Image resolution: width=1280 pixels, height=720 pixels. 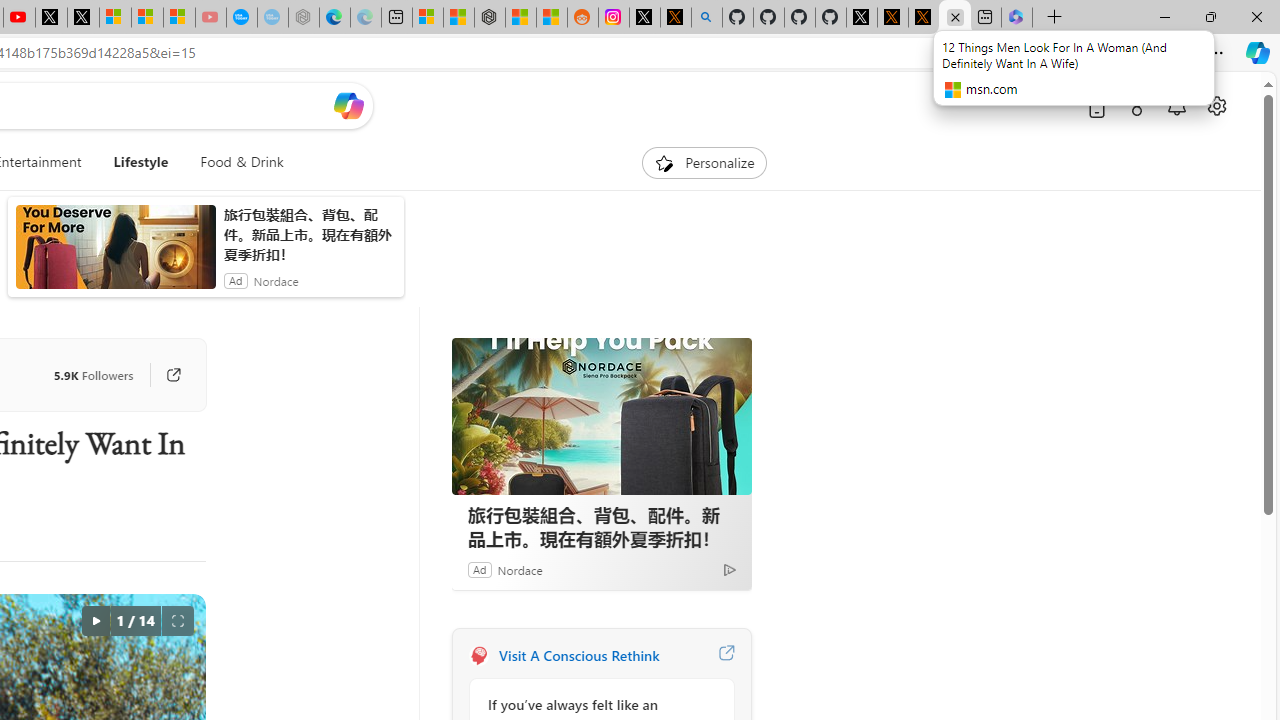 I want to click on 'Lifestyle', so click(x=139, y=162).